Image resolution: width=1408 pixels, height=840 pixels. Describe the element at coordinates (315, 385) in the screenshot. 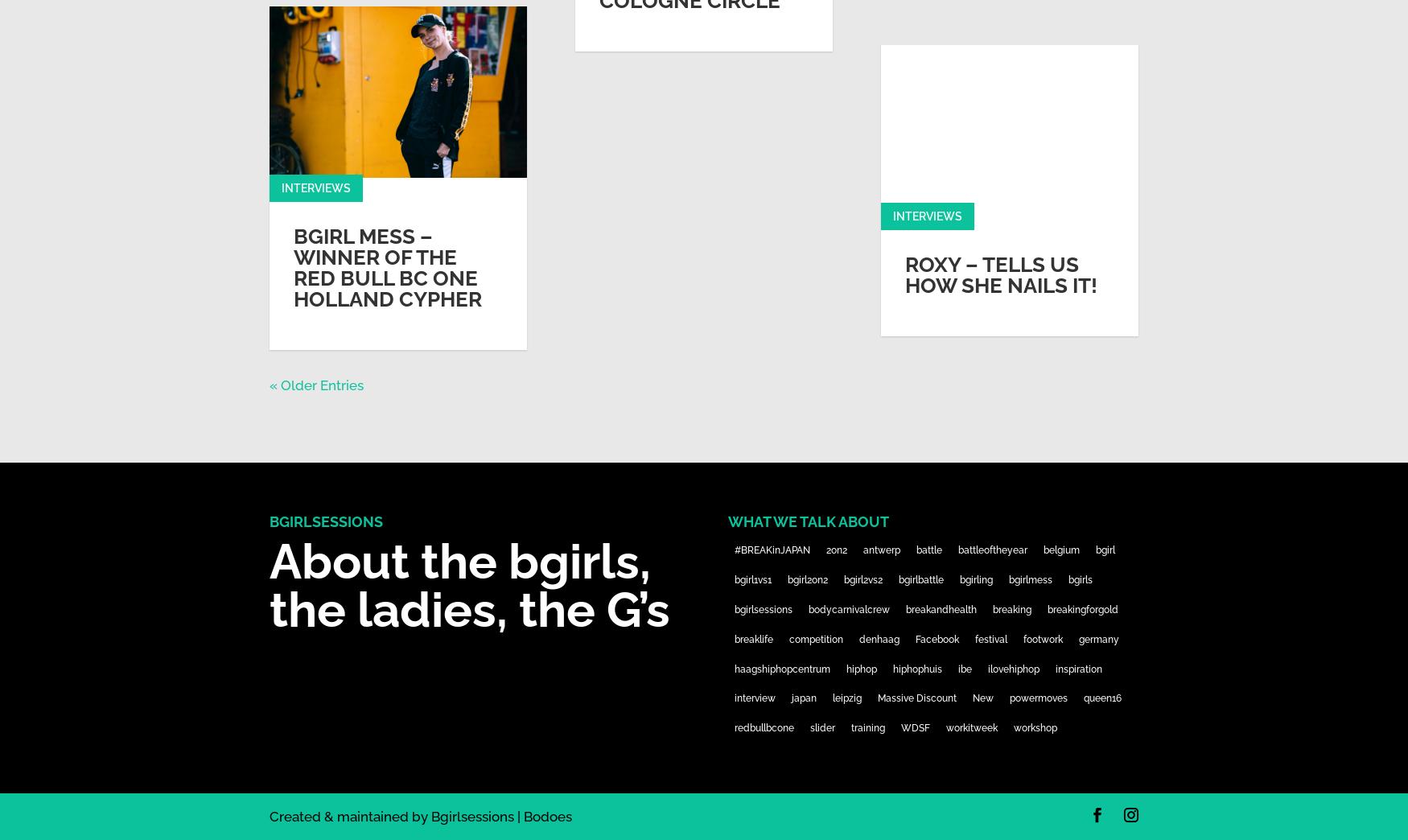

I see `'« Older Entries'` at that location.